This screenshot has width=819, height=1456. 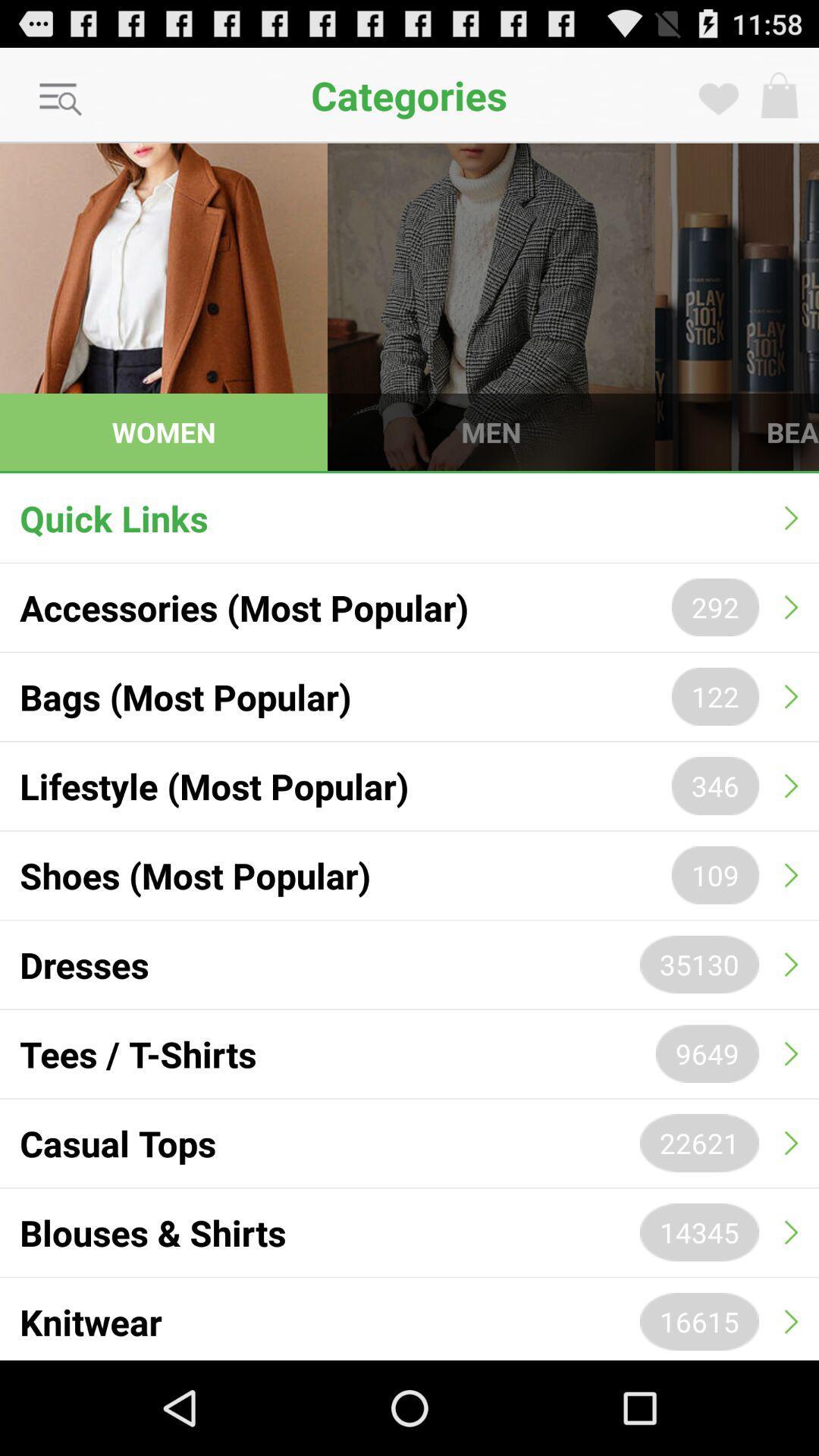 What do you see at coordinates (736, 306) in the screenshot?
I see `the image at right side of men` at bounding box center [736, 306].